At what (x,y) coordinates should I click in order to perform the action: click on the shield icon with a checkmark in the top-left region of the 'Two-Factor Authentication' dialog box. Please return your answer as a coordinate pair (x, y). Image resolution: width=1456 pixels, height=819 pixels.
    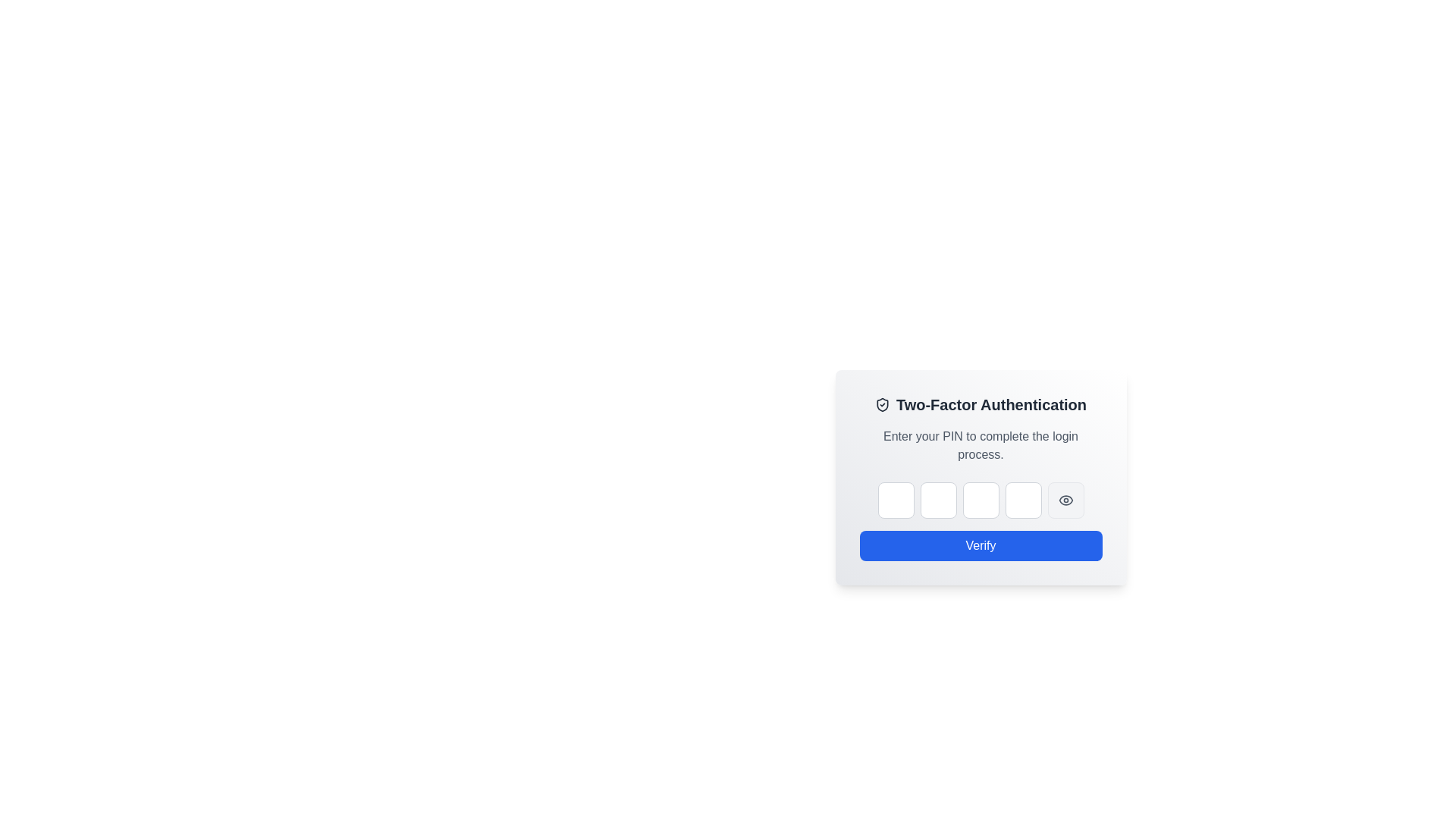
    Looking at the image, I should click on (882, 403).